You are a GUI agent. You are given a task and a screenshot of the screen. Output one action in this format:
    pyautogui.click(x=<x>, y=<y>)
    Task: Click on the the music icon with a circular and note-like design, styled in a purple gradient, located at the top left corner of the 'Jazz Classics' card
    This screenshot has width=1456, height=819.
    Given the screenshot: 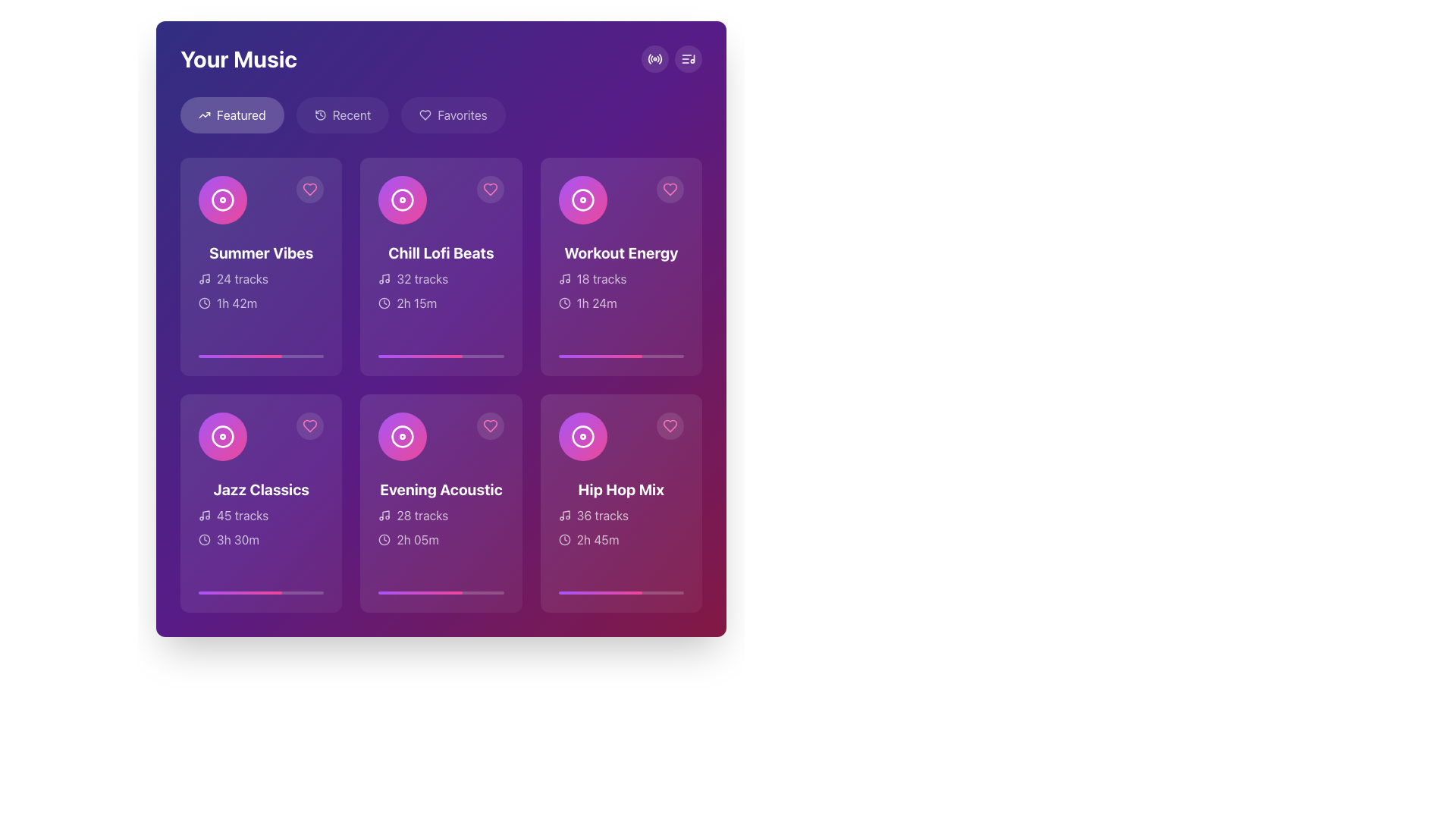 What is the action you would take?
    pyautogui.click(x=203, y=514)
    